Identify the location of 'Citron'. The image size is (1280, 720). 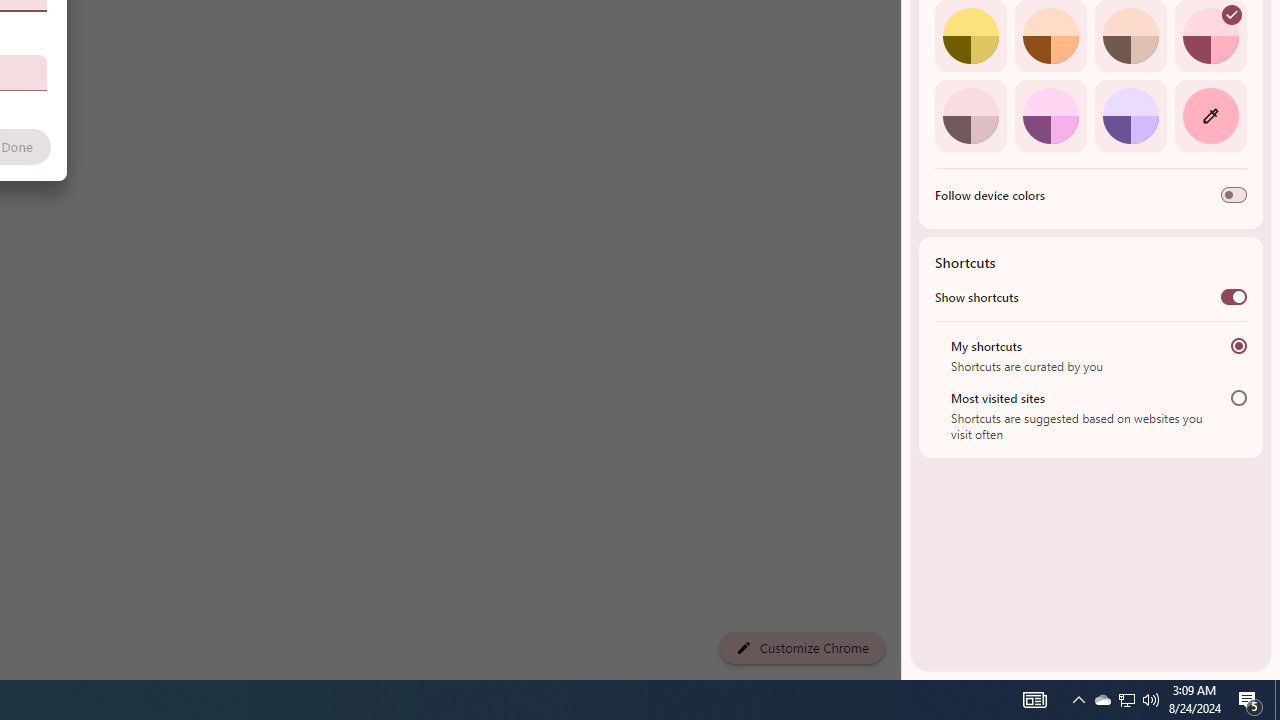
(970, 36).